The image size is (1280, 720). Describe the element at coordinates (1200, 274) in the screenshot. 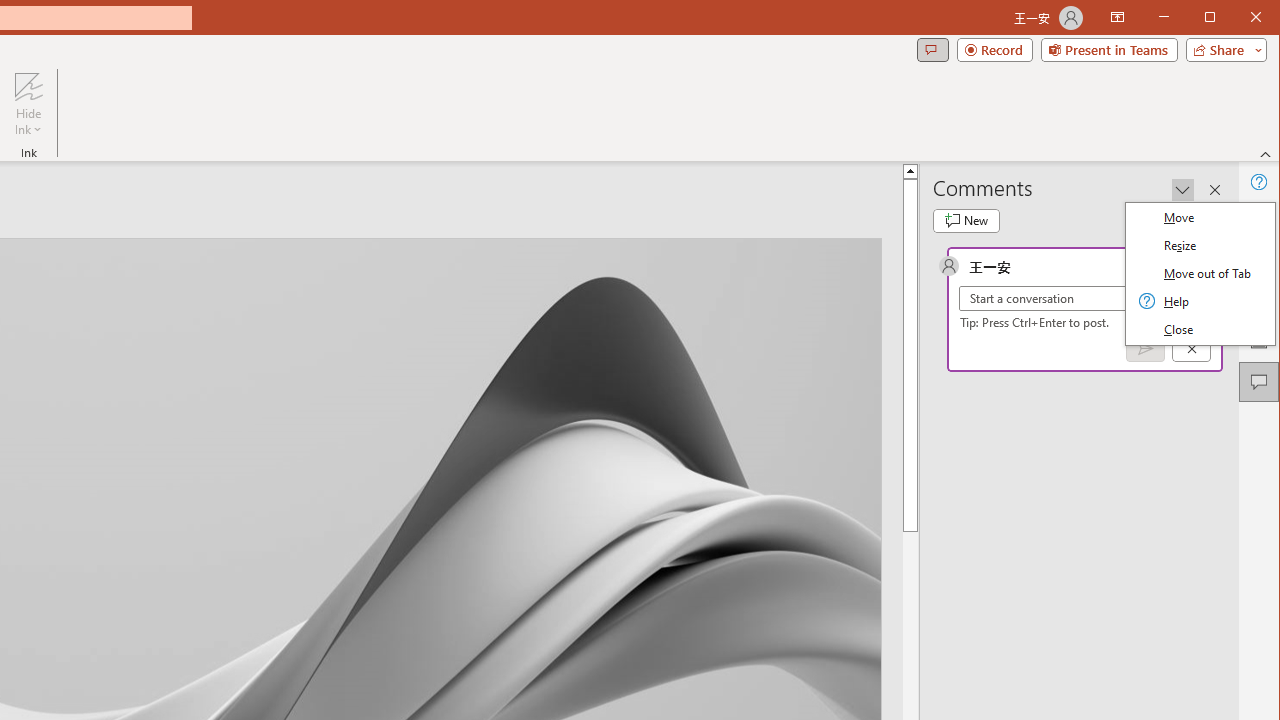

I see `'Class: Net UI Tool Window'` at that location.